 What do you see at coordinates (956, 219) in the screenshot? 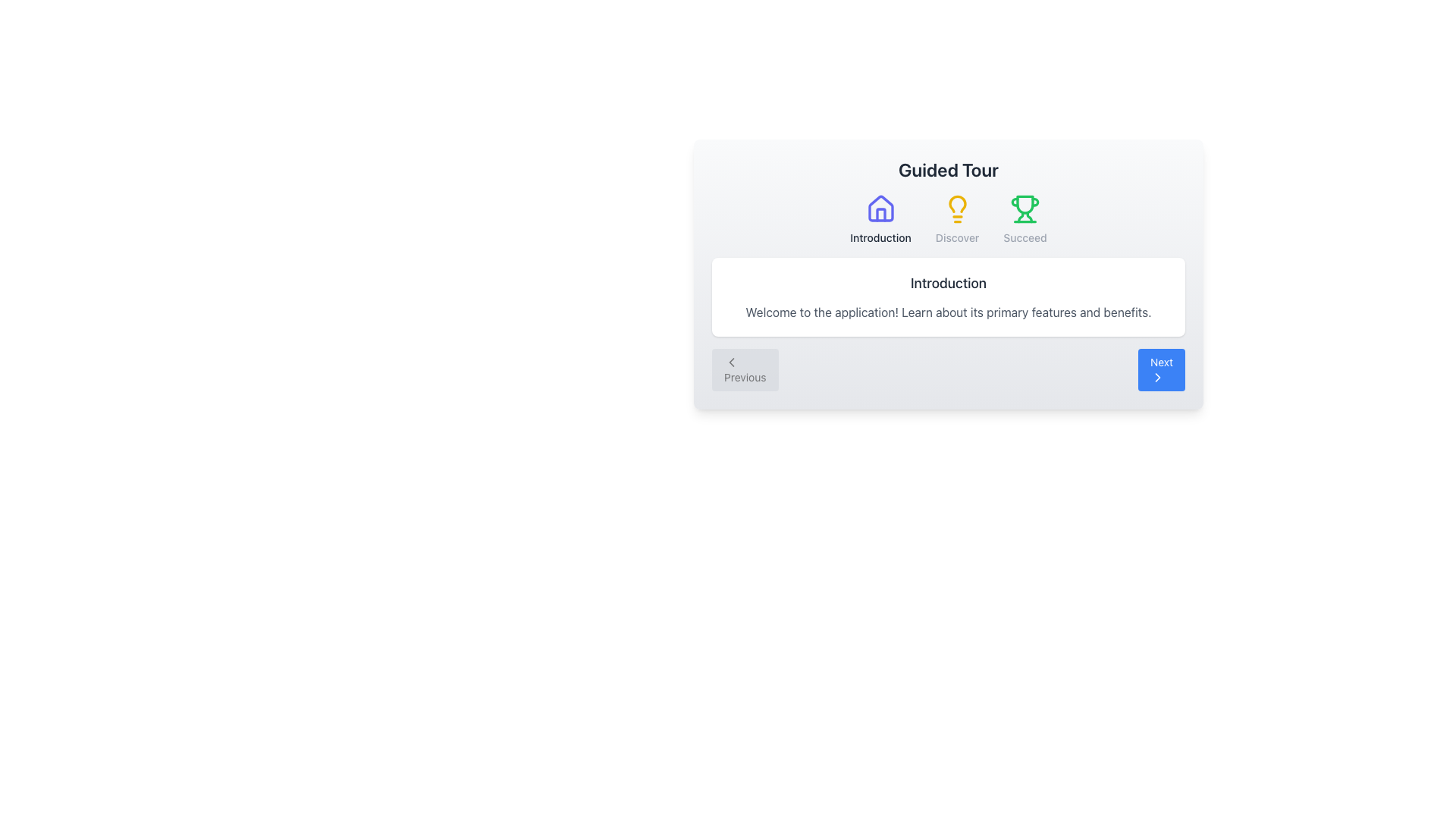
I see `the 'Discover' button, which features a yellow lightbulb icon and muted gray text, positioned centrally at the top of the interface` at bounding box center [956, 219].